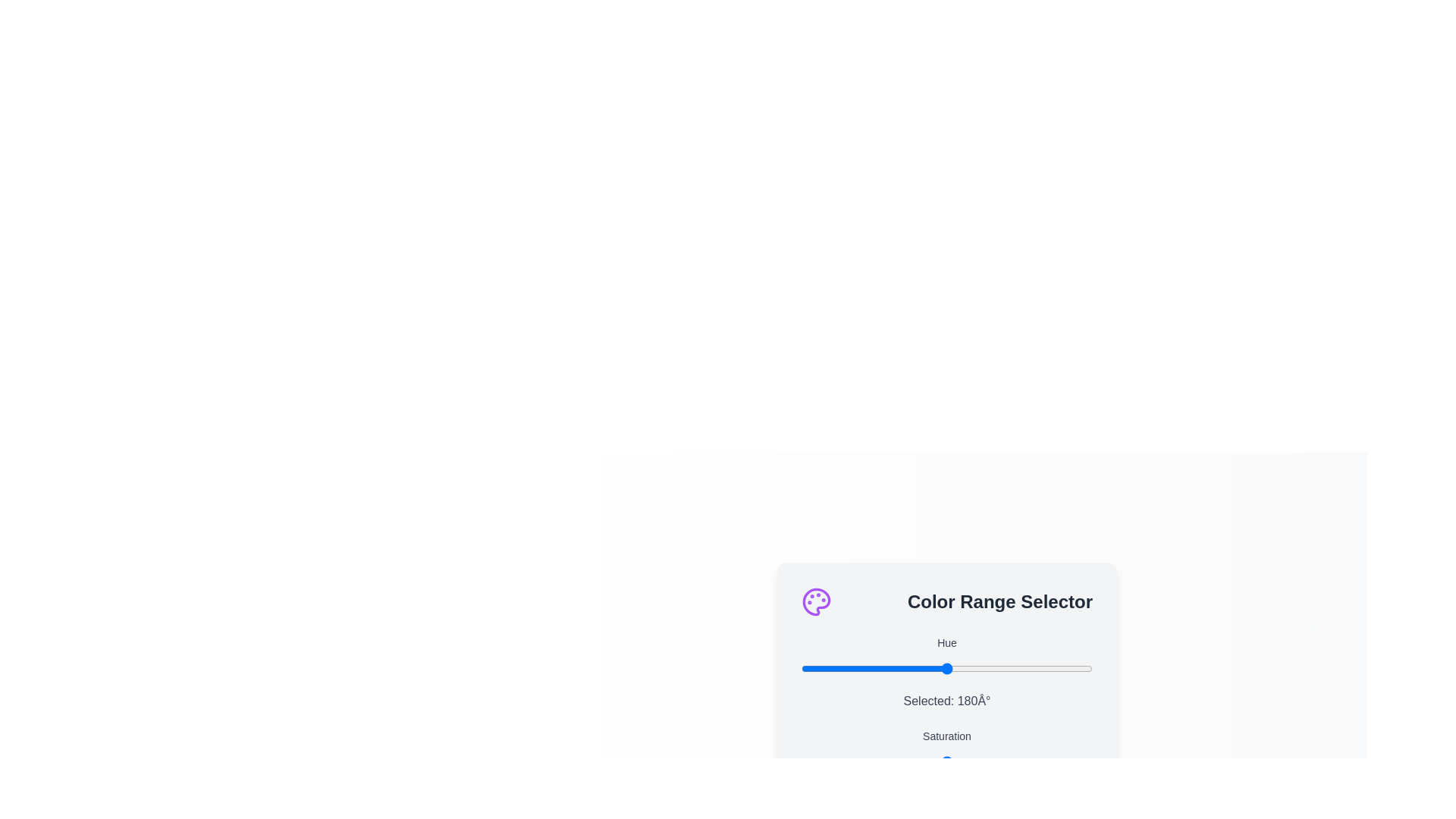 Image resolution: width=1456 pixels, height=819 pixels. What do you see at coordinates (836, 667) in the screenshot?
I see `the hue value on the slider` at bounding box center [836, 667].